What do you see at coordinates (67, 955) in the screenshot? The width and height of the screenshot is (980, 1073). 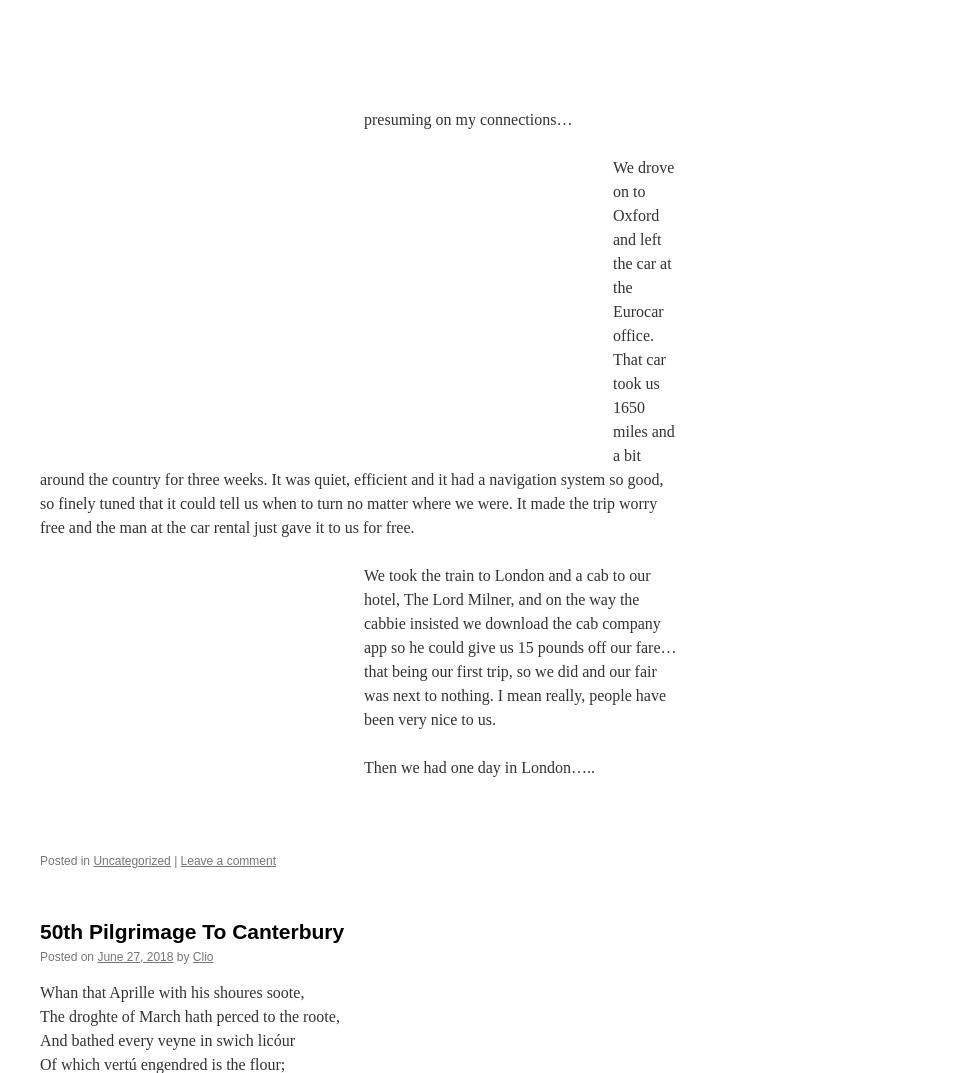 I see `'Posted on'` at bounding box center [67, 955].